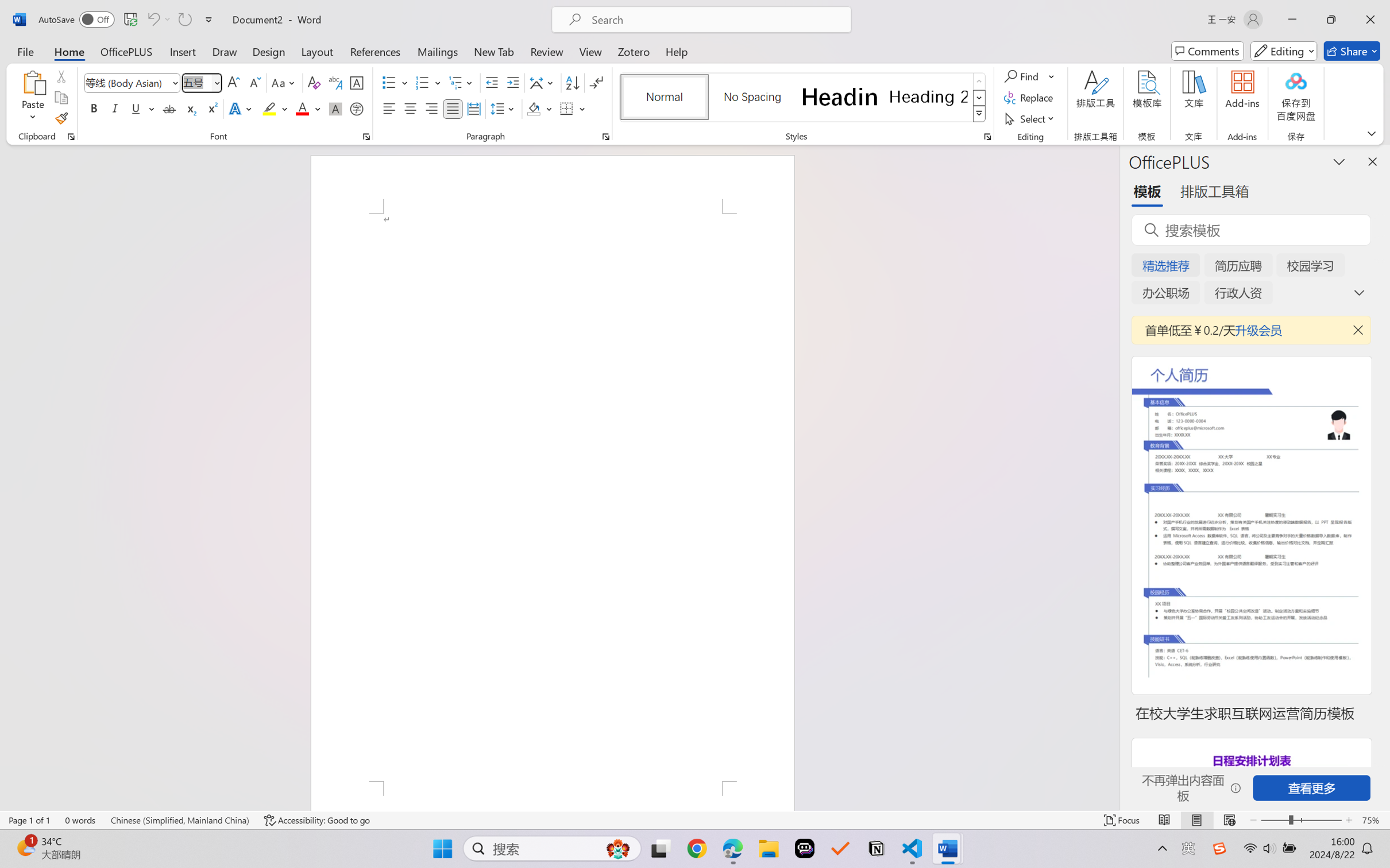  Describe the element at coordinates (716, 19) in the screenshot. I see `'Microsoft search'` at that location.